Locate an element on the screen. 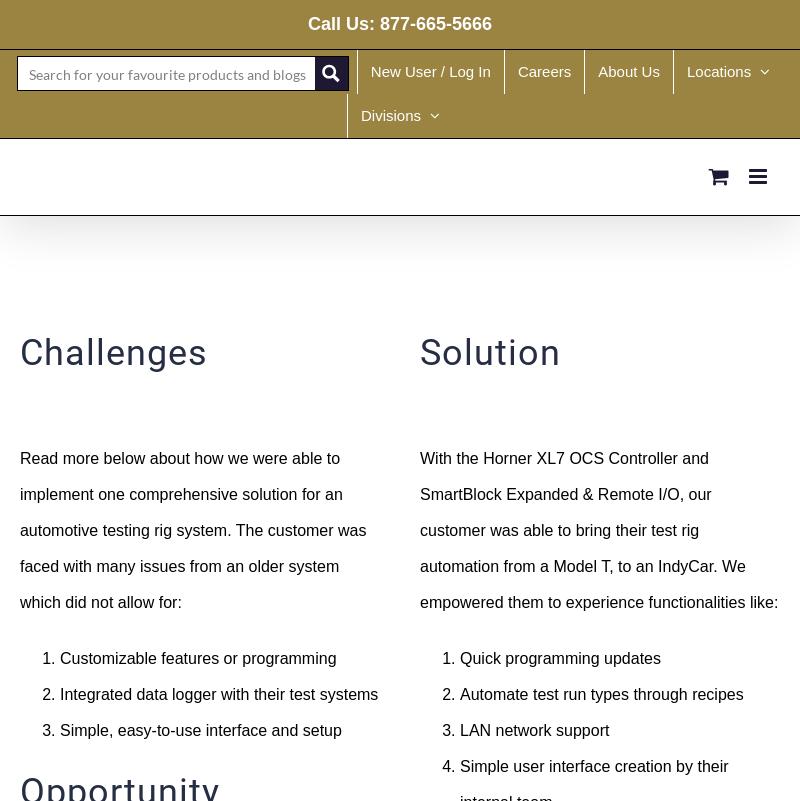 Image resolution: width=800 pixels, height=801 pixels. 'Challenges' is located at coordinates (111, 351).